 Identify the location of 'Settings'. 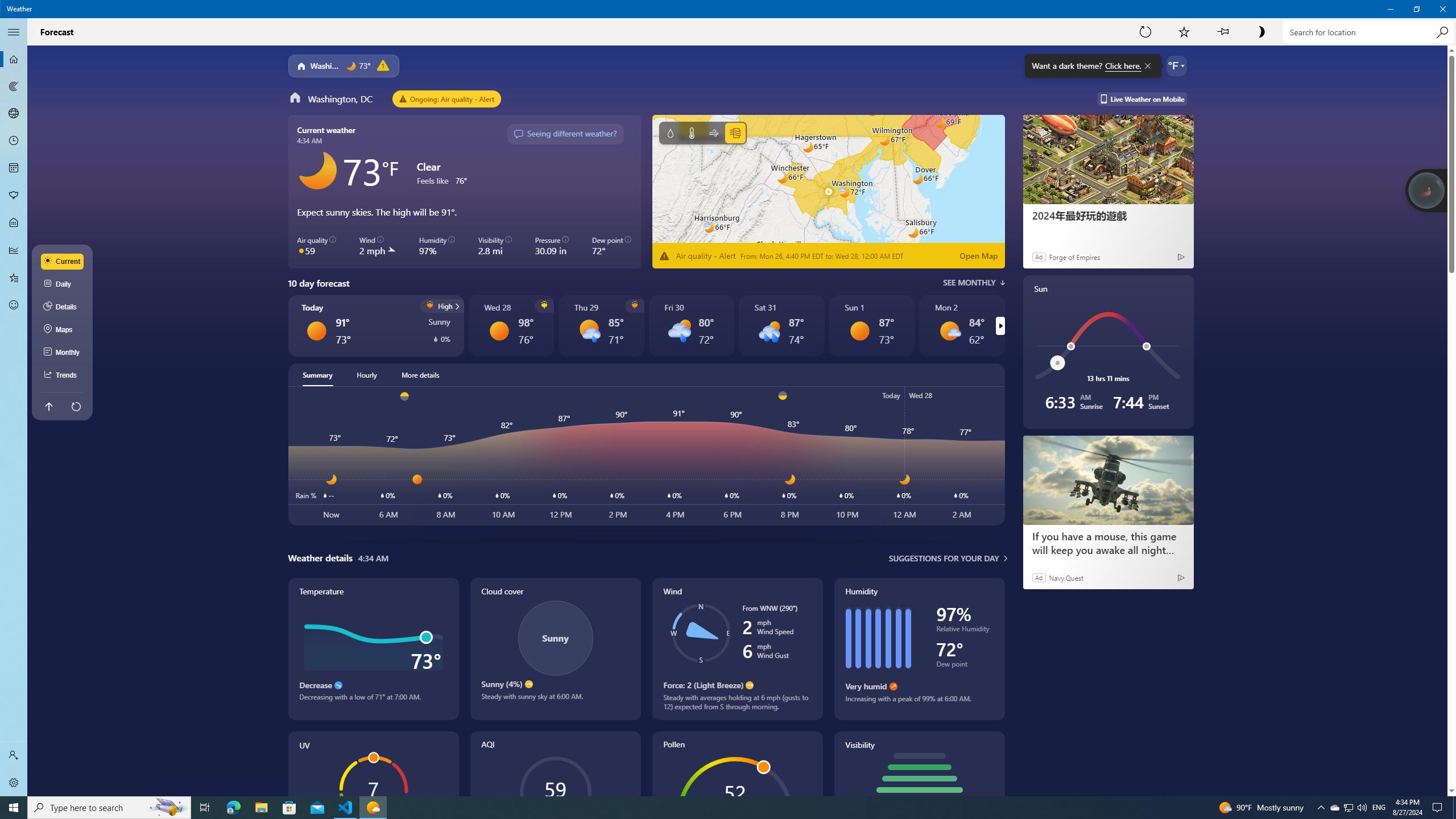
(14, 781).